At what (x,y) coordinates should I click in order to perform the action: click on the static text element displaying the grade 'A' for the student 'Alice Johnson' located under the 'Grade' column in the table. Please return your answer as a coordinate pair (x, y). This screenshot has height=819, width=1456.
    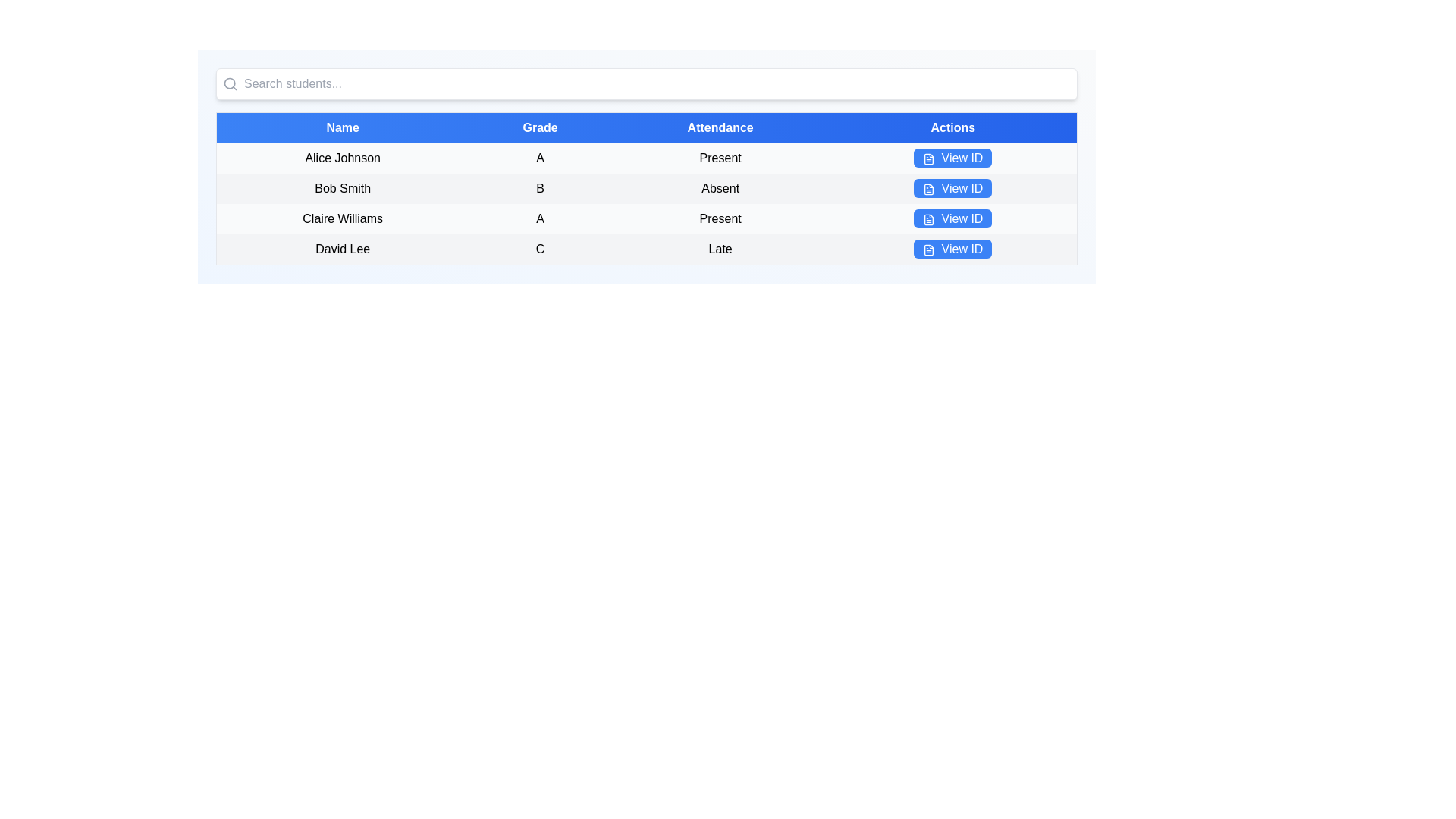
    Looking at the image, I should click on (540, 158).